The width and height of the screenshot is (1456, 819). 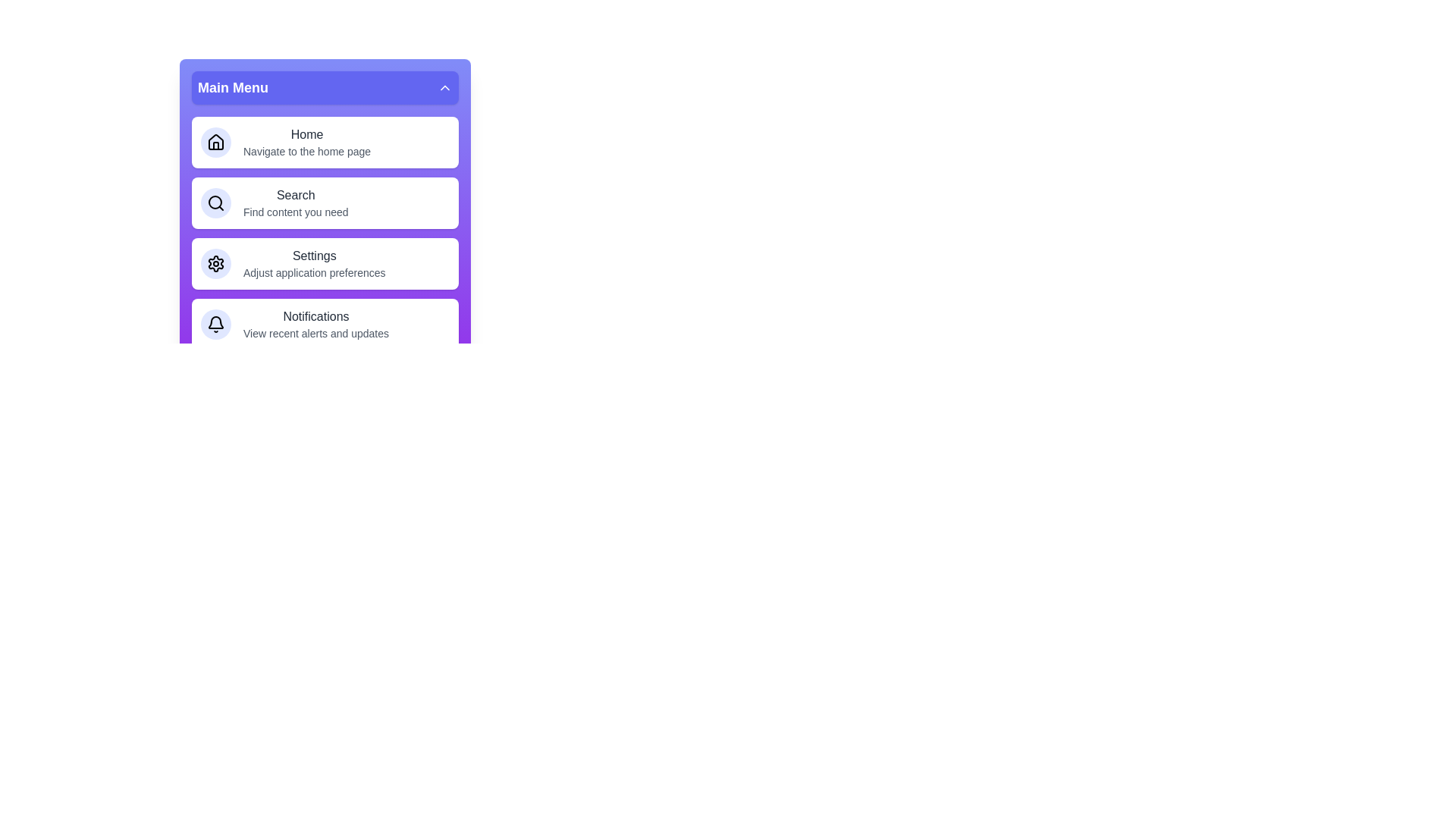 I want to click on the menu item labeled Settings to navigate, so click(x=324, y=262).